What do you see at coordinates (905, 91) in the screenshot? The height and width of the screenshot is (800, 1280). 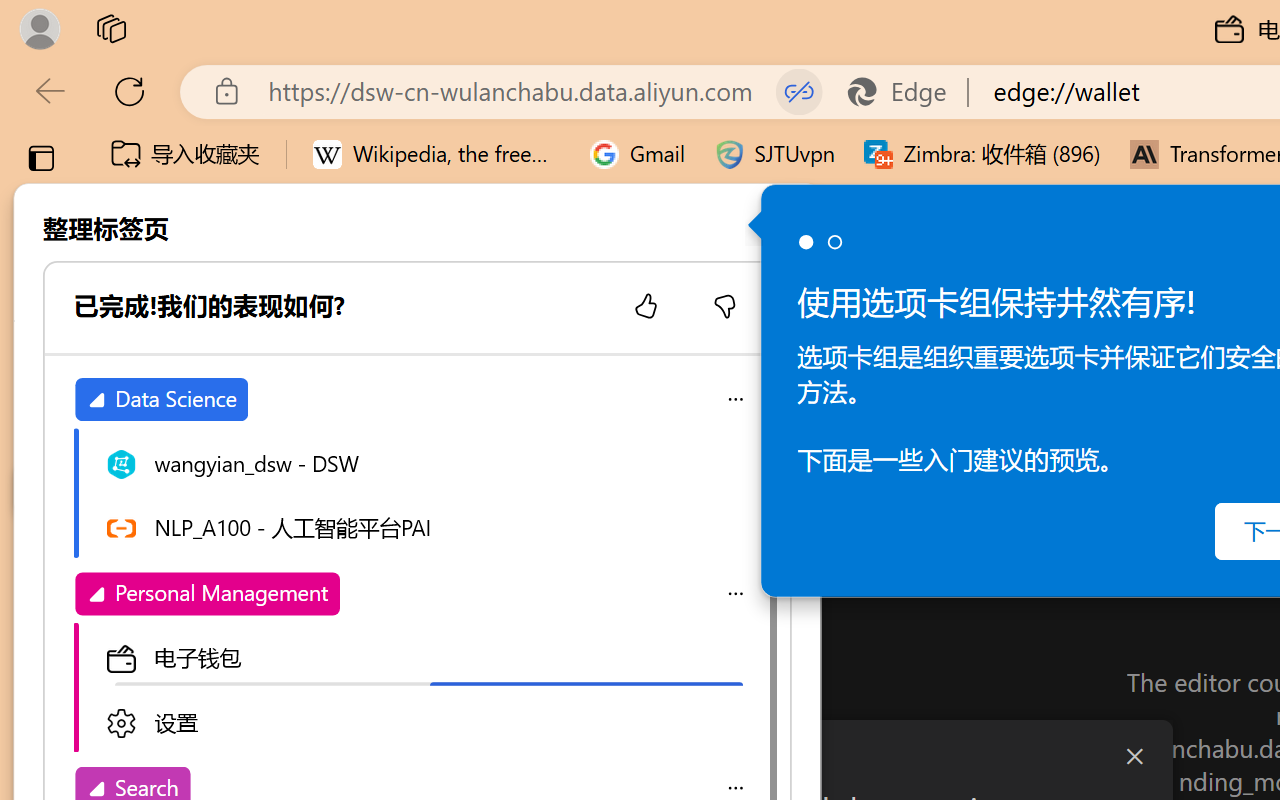 I see `'Edge'` at bounding box center [905, 91].